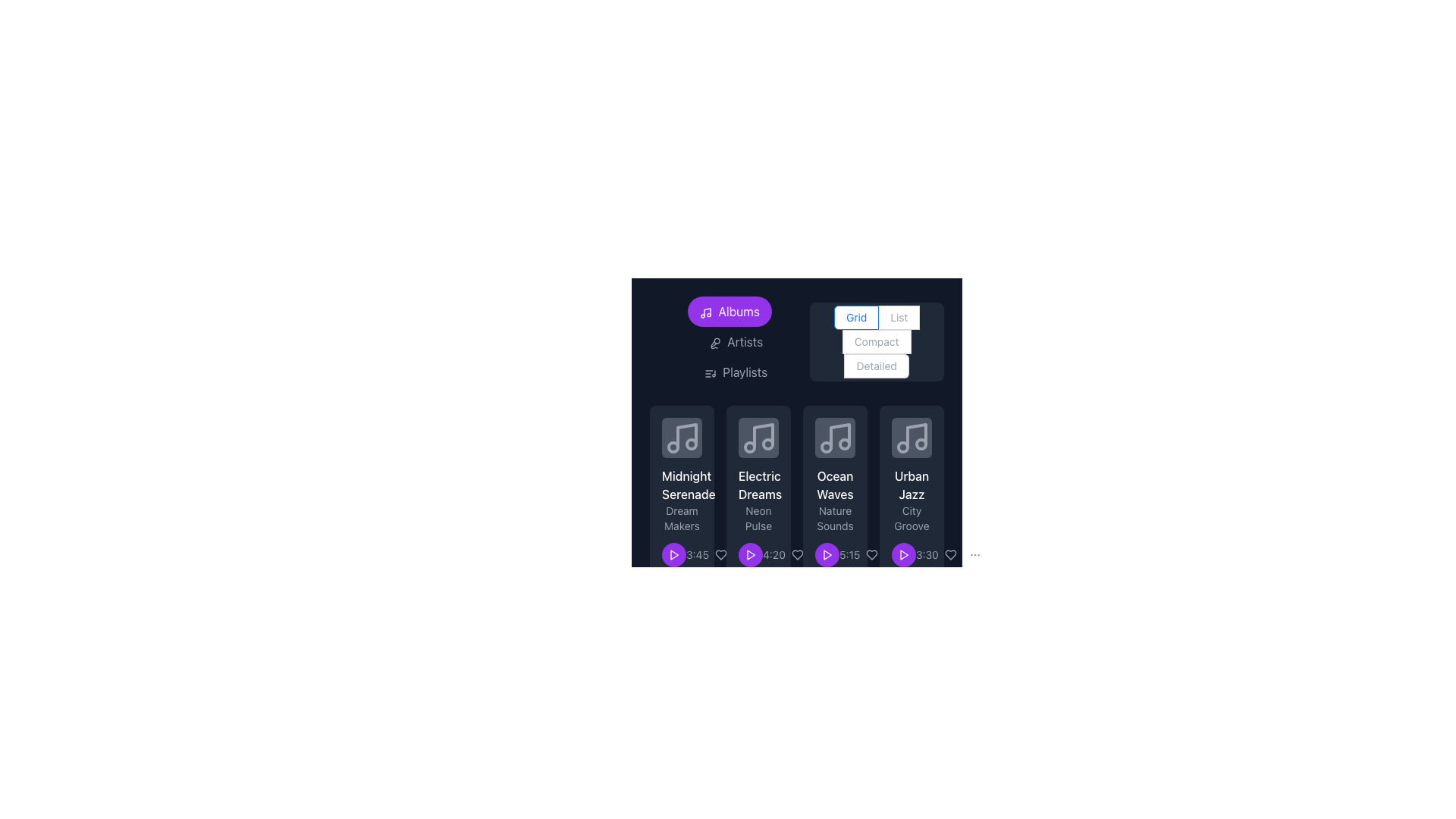  I want to click on the triangular play icon, which is filled with a solid red color and located within a purple circular background below the album titled 'Electric Dreams', so click(751, 555).